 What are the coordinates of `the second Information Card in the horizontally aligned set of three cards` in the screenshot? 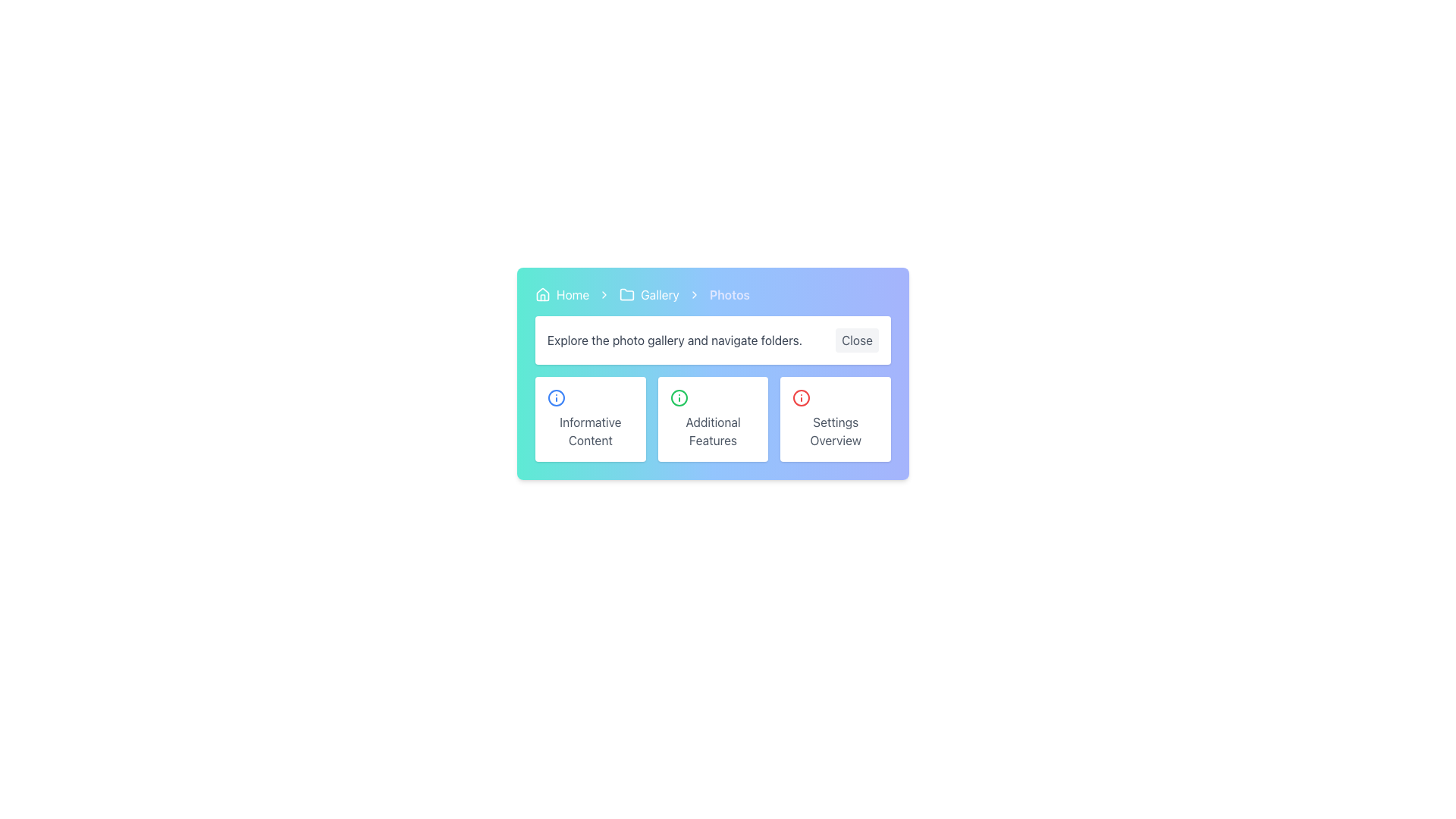 It's located at (712, 429).